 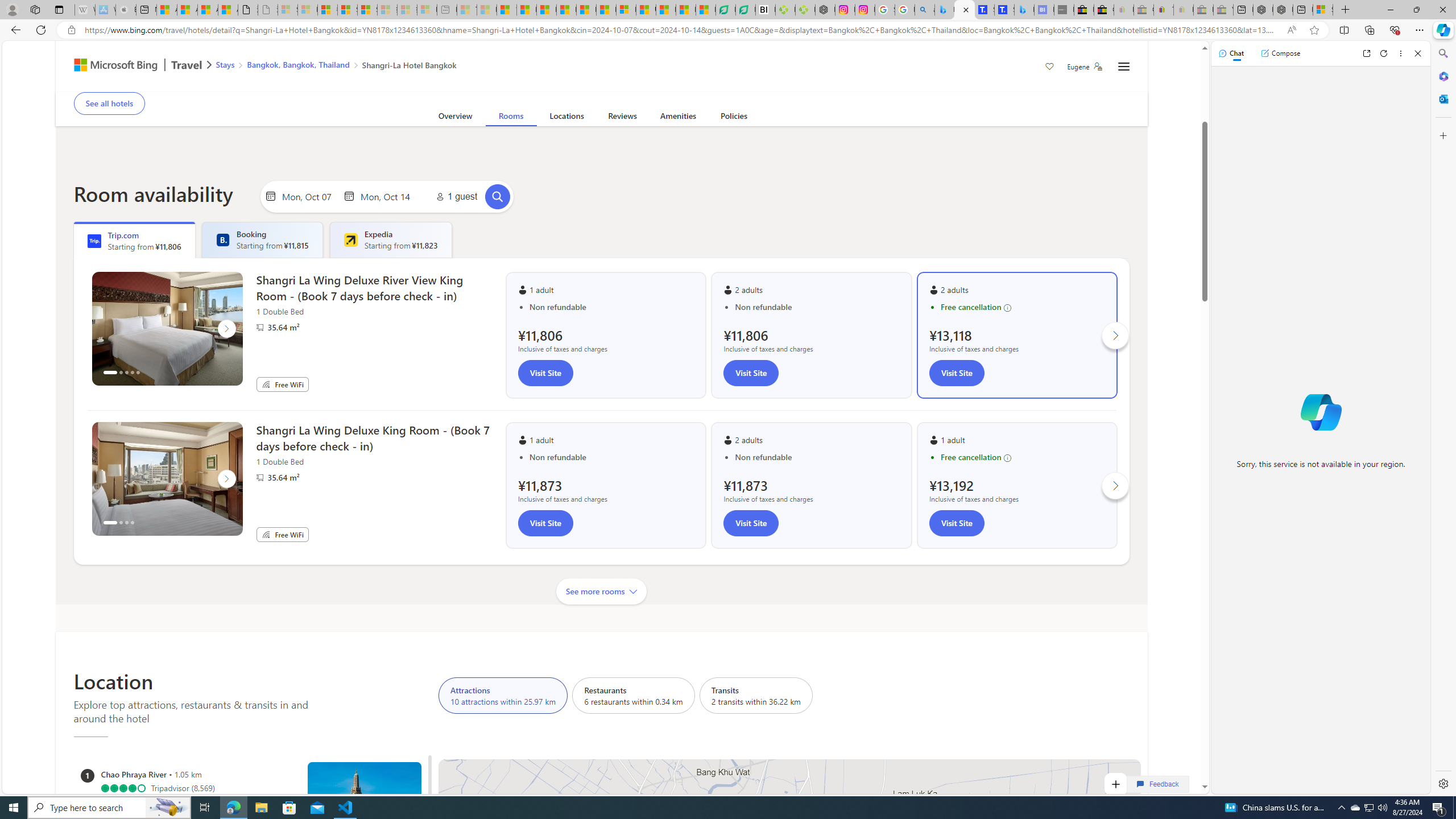 What do you see at coordinates (1163, 9) in the screenshot?
I see `'Threats and offensive language policy | eBay'` at bounding box center [1163, 9].